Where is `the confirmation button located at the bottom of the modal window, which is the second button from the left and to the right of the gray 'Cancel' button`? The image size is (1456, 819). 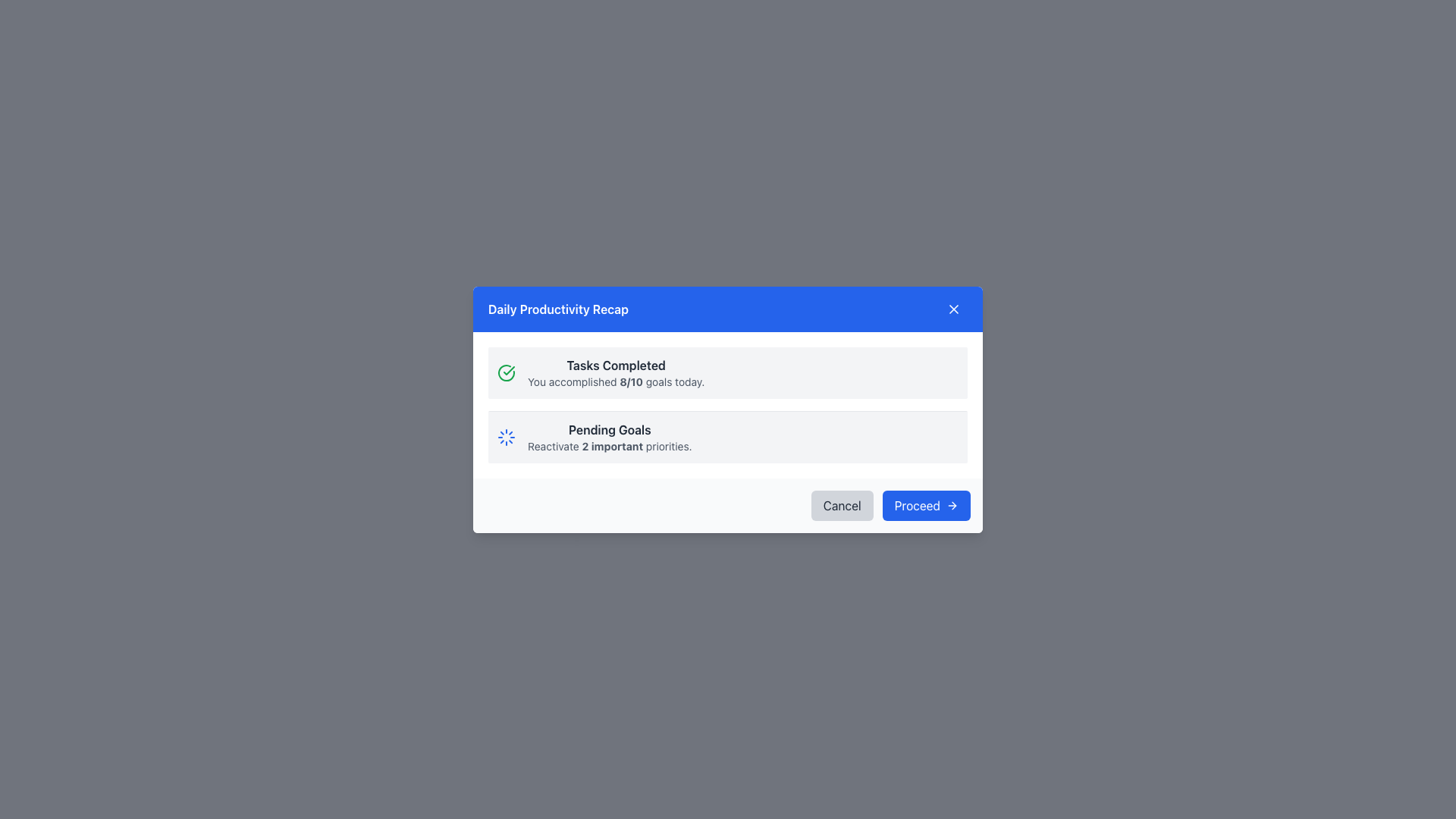 the confirmation button located at the bottom of the modal window, which is the second button from the left and to the right of the gray 'Cancel' button is located at coordinates (925, 505).